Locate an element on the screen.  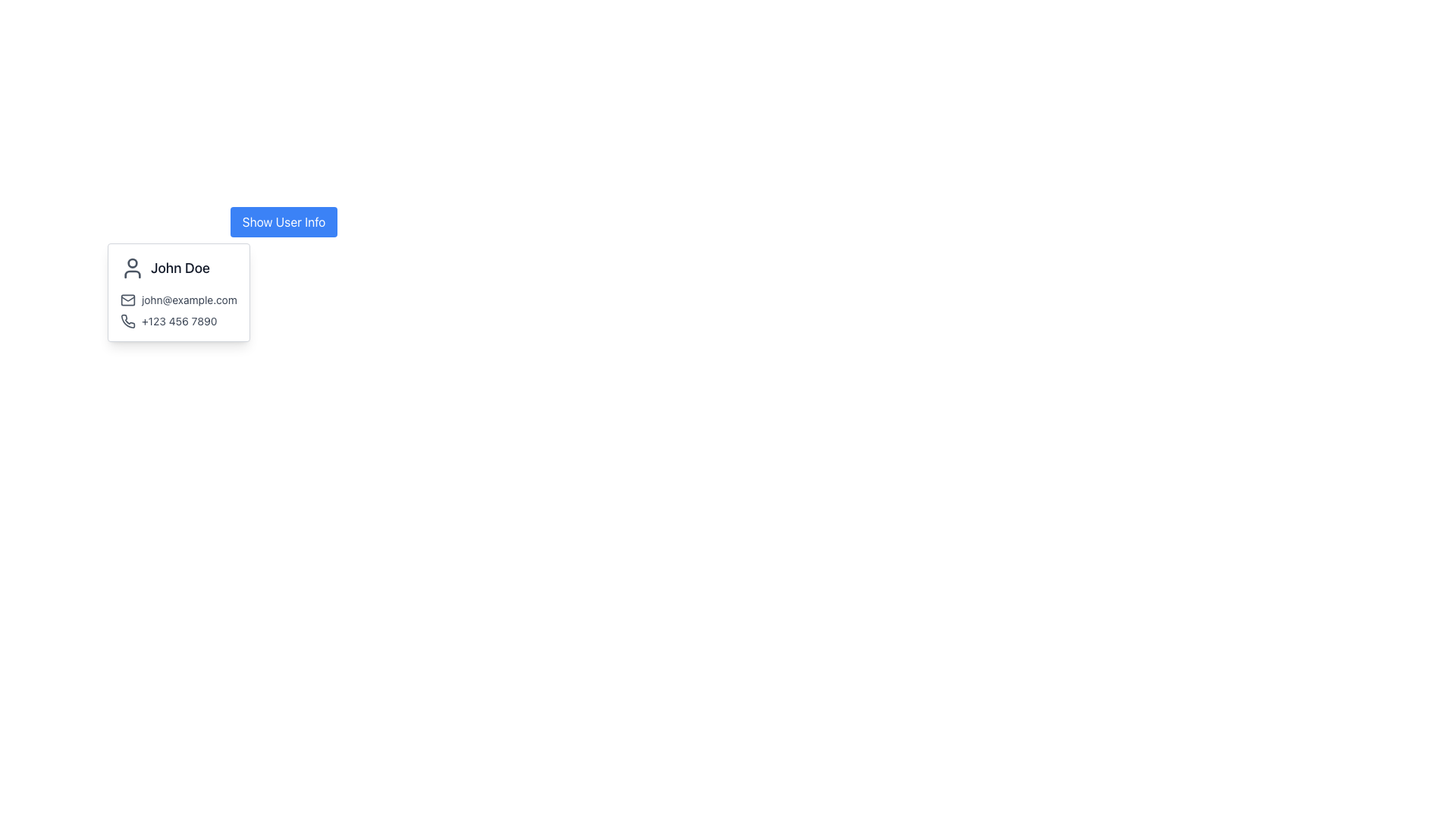
the Text Display that shows the email 'john@example.com', which is styled in dark gray and located to the right of an envelope icon as the second item in the list is located at coordinates (188, 300).